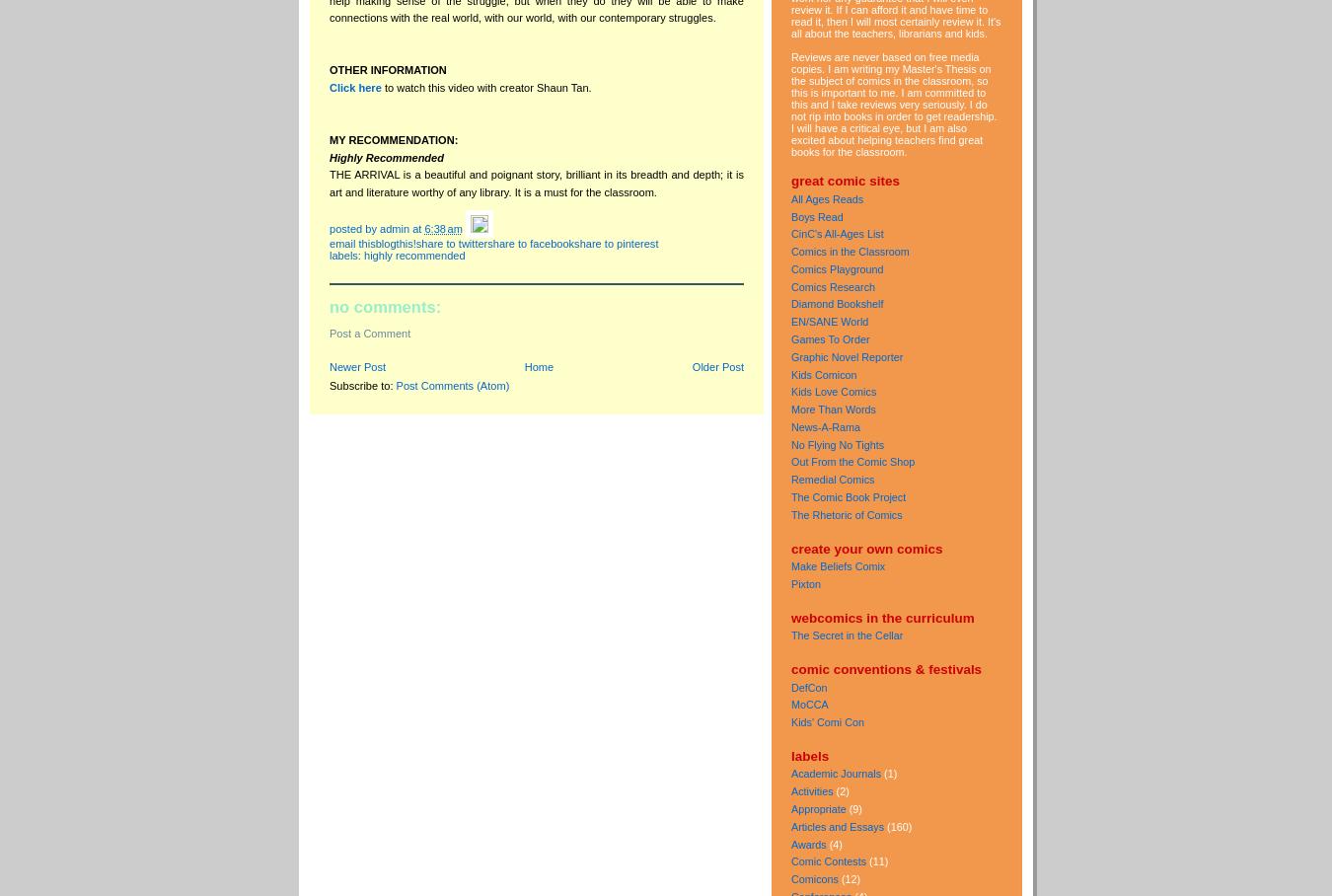  Describe the element at coordinates (450, 241) in the screenshot. I see `'Share to Twitter'` at that location.